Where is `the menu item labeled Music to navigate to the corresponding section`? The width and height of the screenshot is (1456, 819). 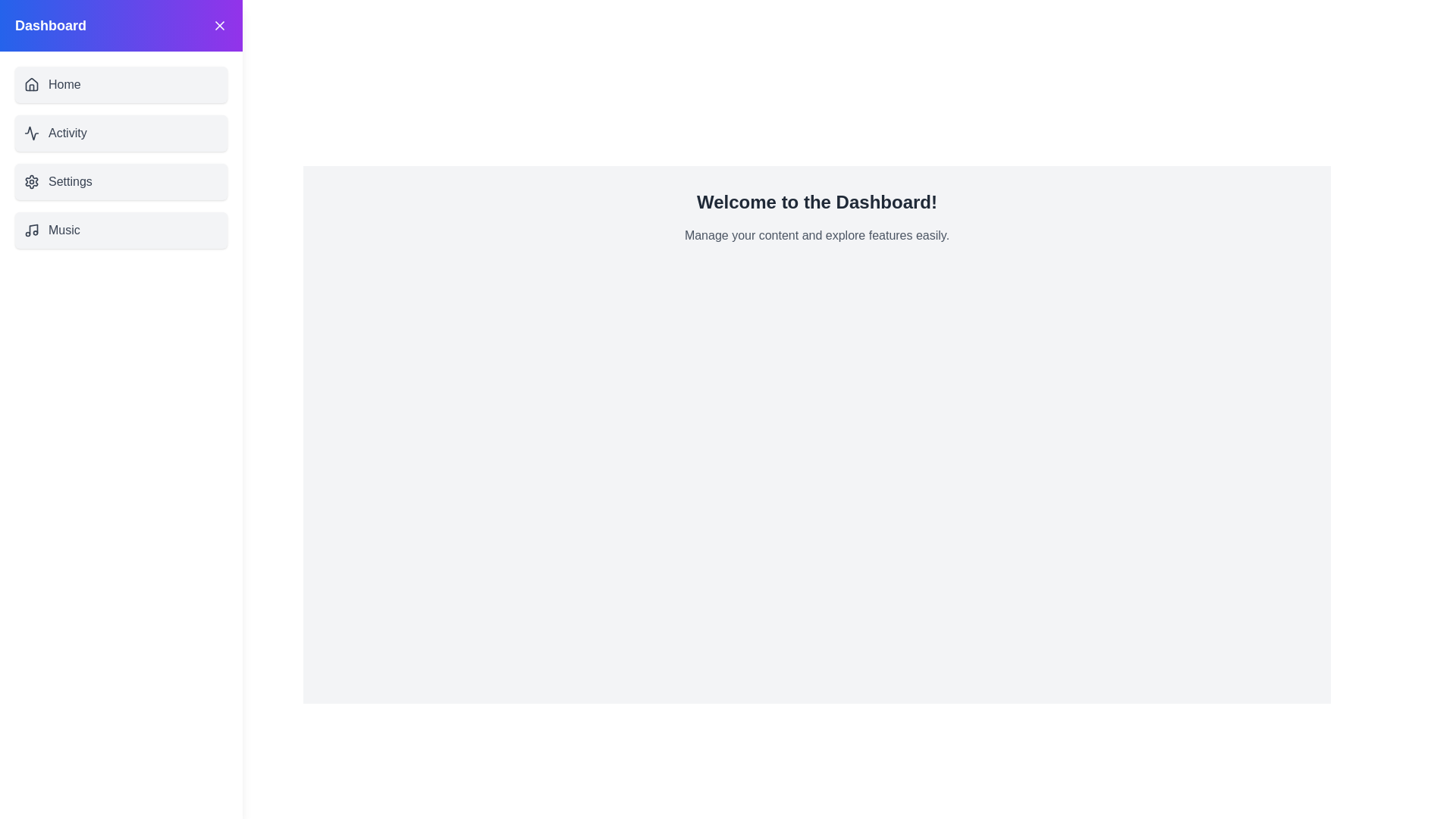 the menu item labeled Music to navigate to the corresponding section is located at coordinates (120, 231).